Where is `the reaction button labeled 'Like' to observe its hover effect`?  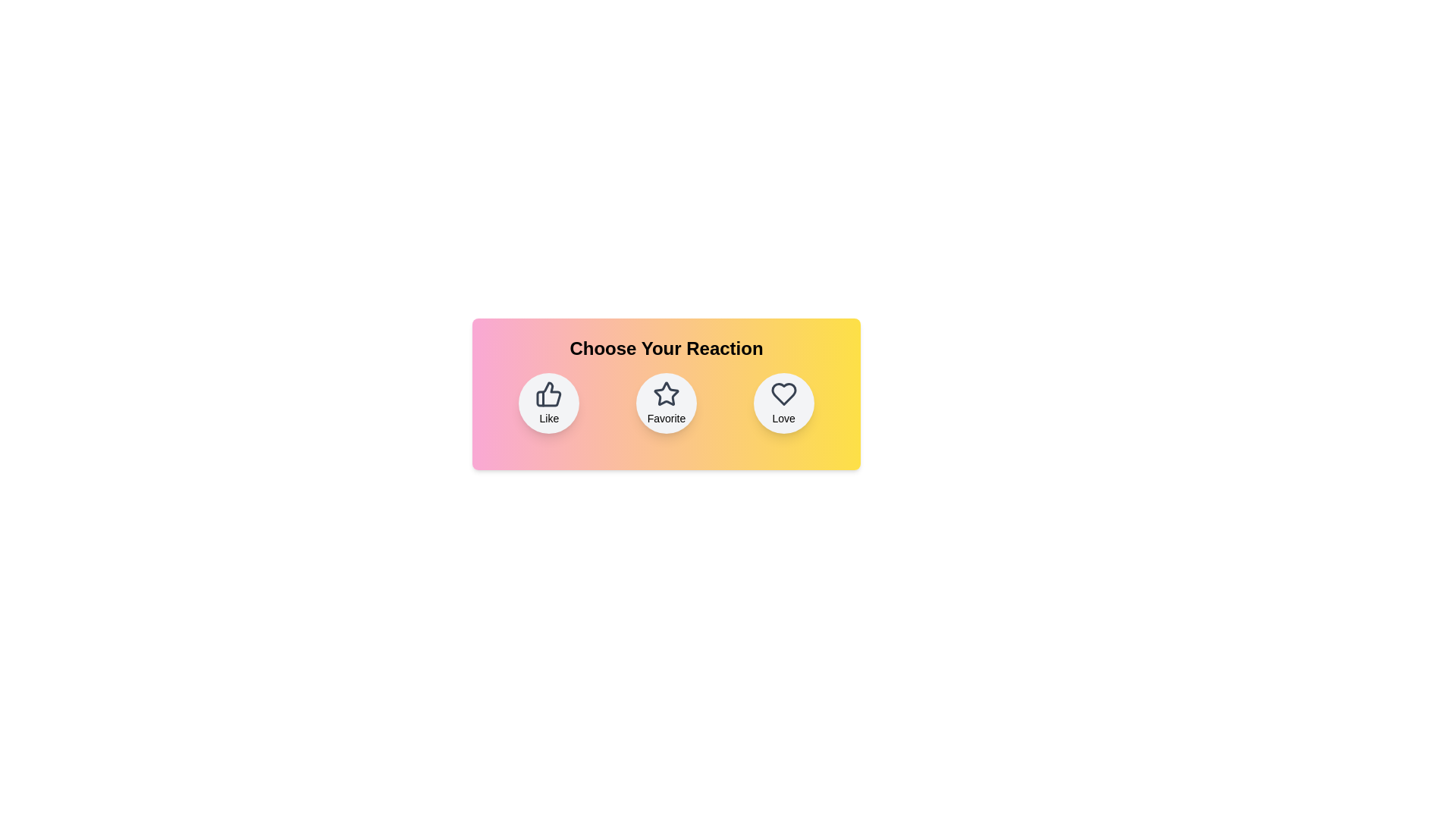 the reaction button labeled 'Like' to observe its hover effect is located at coordinates (548, 403).